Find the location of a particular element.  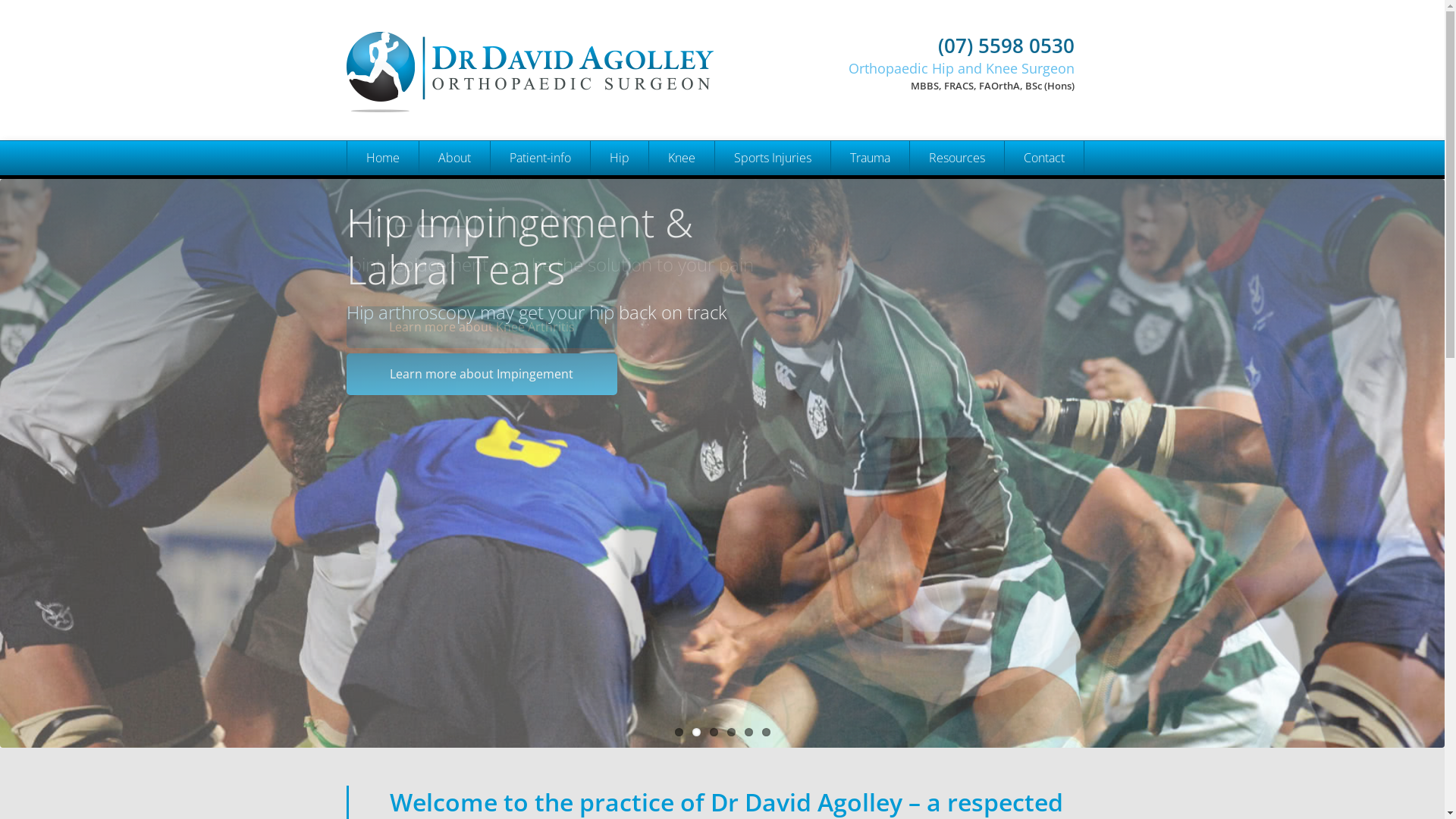

'1' is located at coordinates (678, 731).